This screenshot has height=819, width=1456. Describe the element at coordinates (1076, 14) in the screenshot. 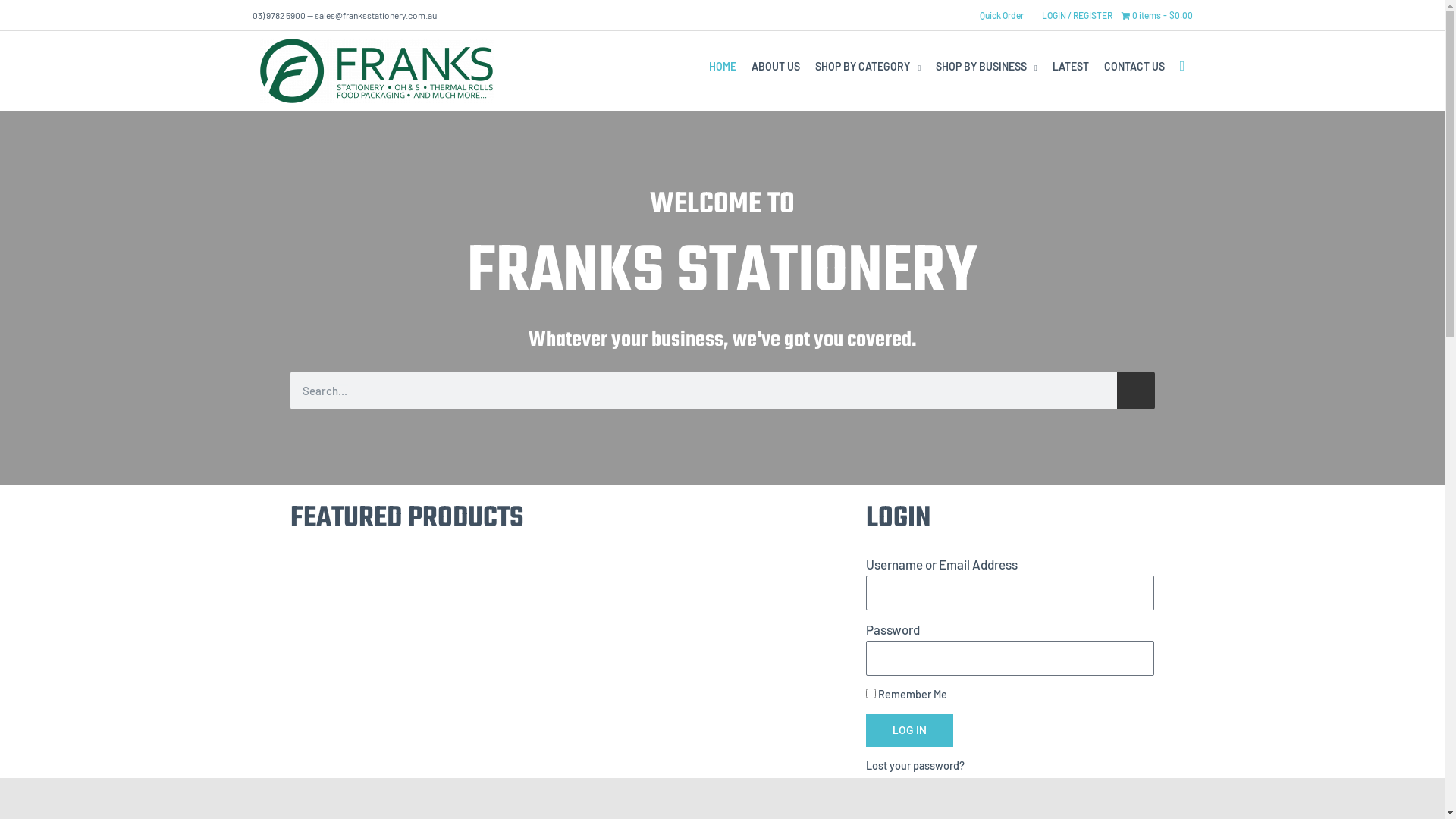

I see `'LOGIN / REGISTER'` at that location.